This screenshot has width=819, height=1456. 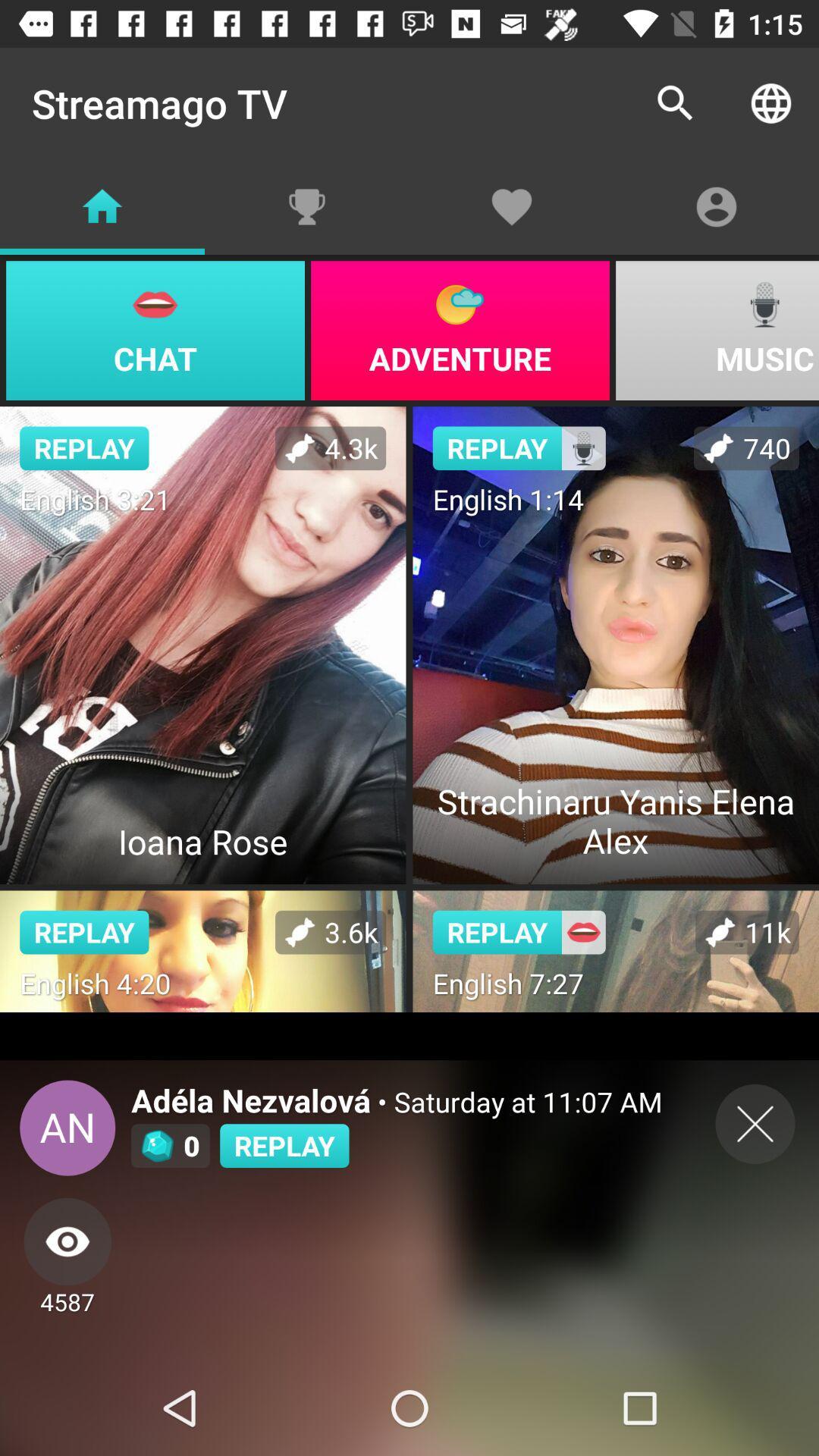 What do you see at coordinates (755, 111) in the screenshot?
I see `the globe icon` at bounding box center [755, 111].